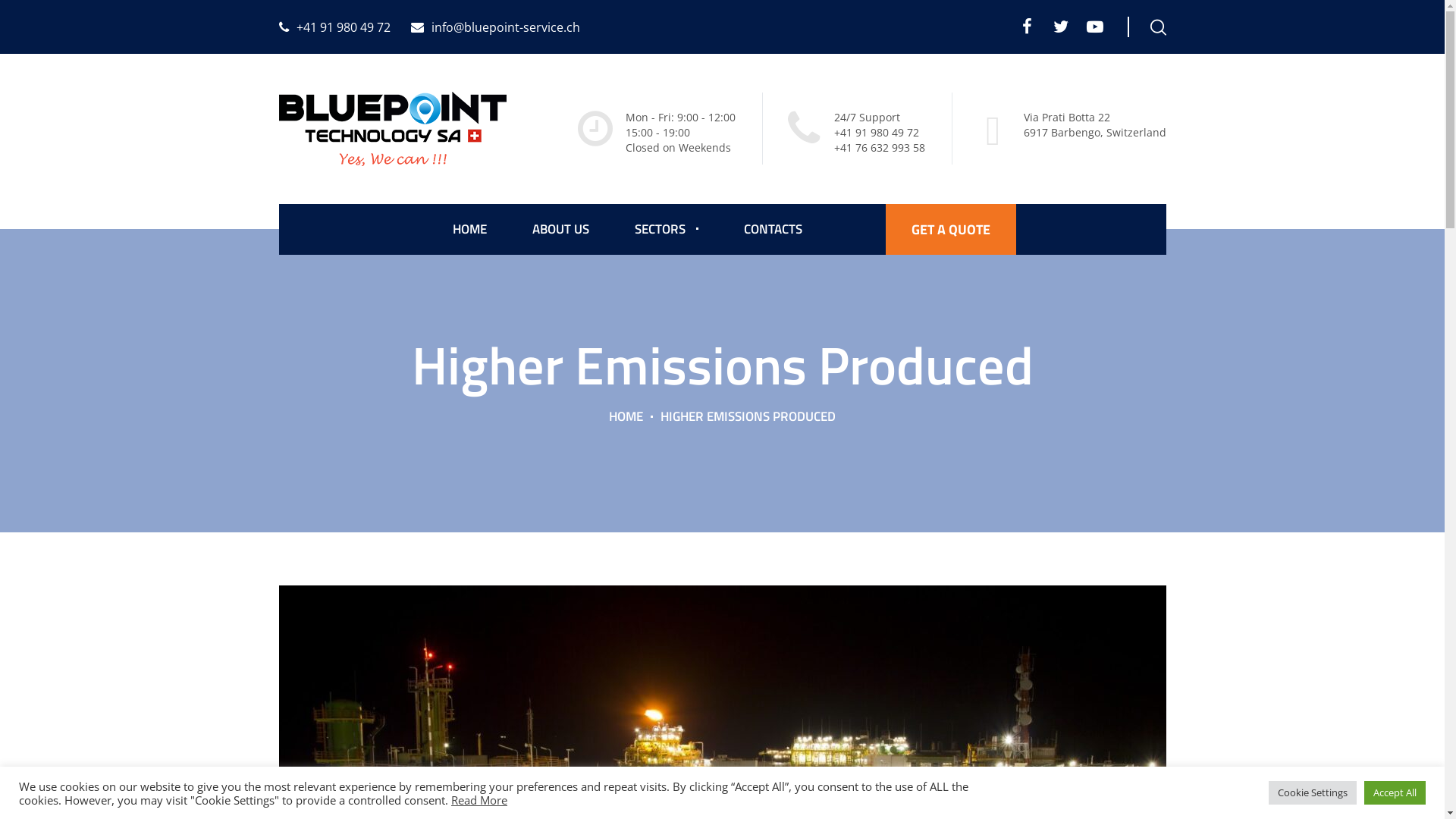 The width and height of the screenshot is (1456, 819). I want to click on 'Twitter', so click(1059, 26).